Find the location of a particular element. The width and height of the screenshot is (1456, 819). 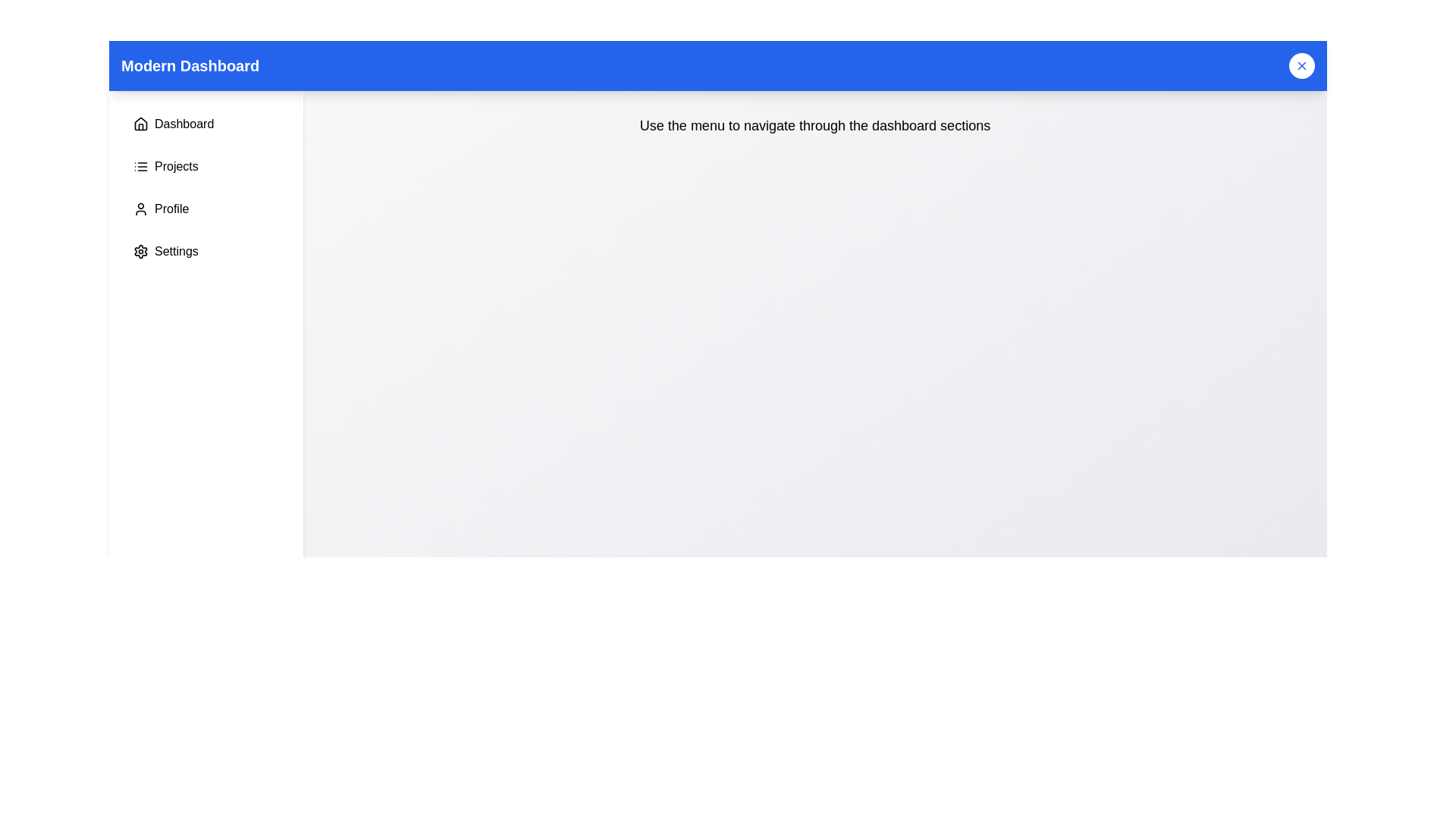

the 'Profile' button located in the left-hand navigation panel, which is the third item in the menu following 'Dashboard' and 'Projects' is located at coordinates (206, 209).